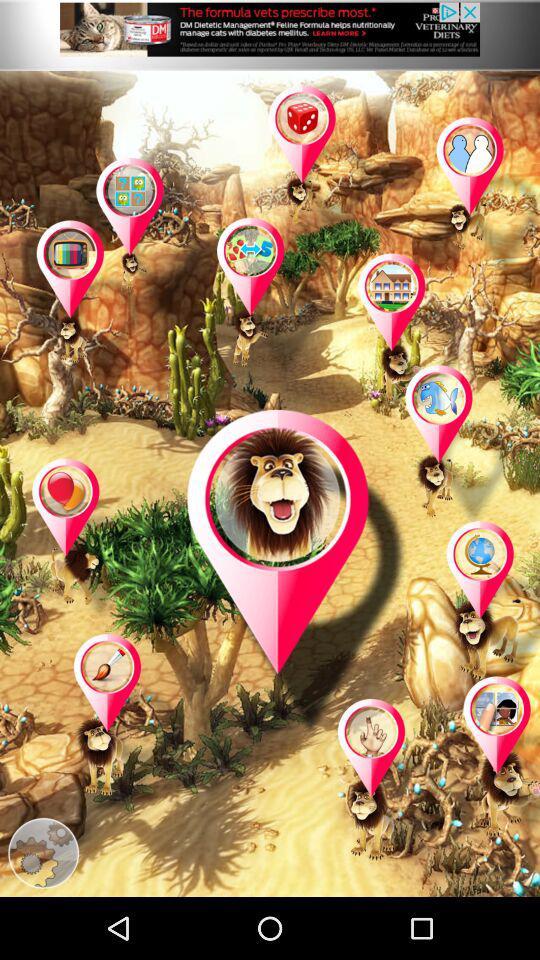 This screenshot has width=540, height=960. Describe the element at coordinates (149, 239) in the screenshot. I see `location` at that location.